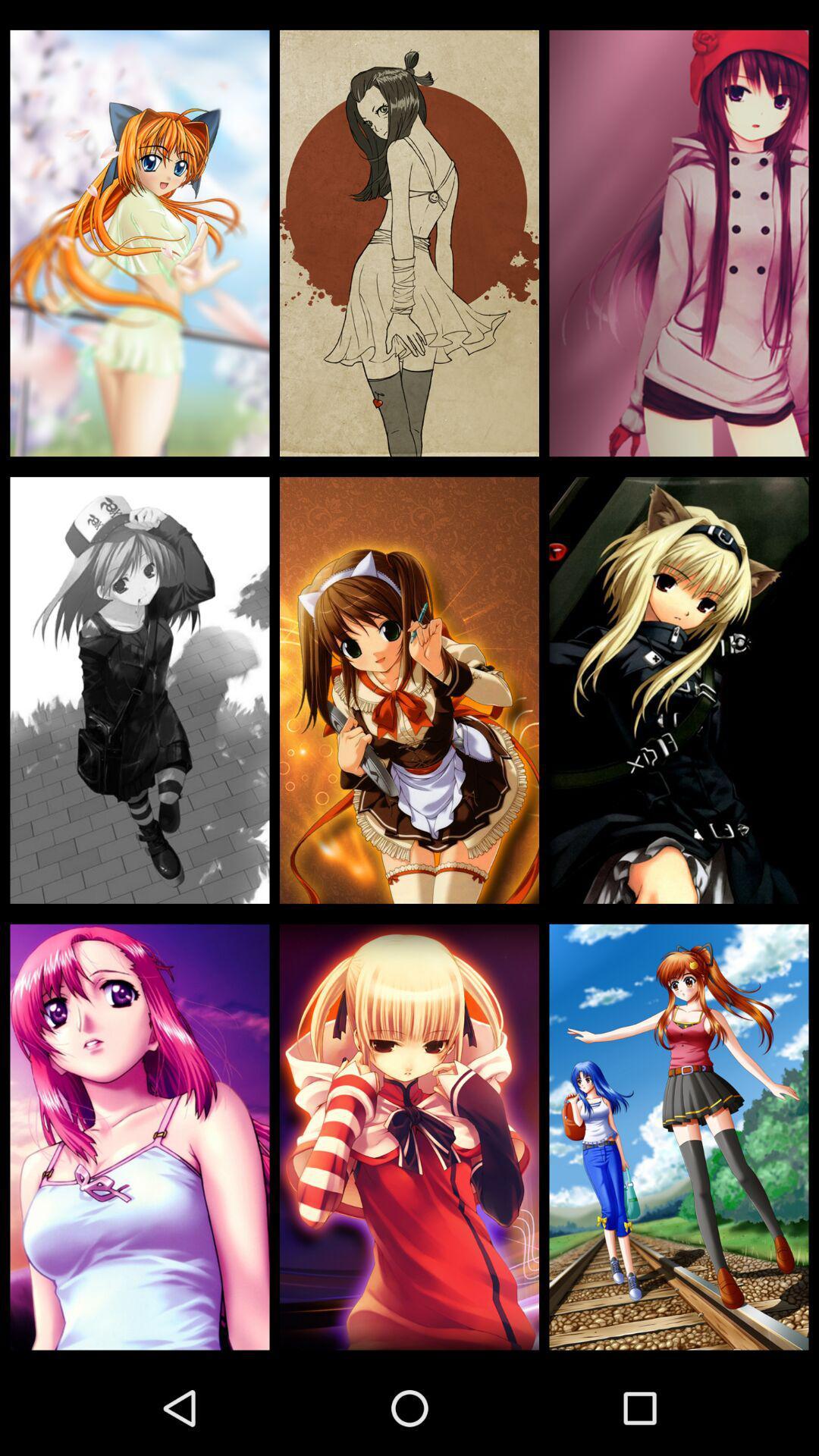 The width and height of the screenshot is (819, 1456). Describe the element at coordinates (678, 1137) in the screenshot. I see `item at the bottom right corner` at that location.